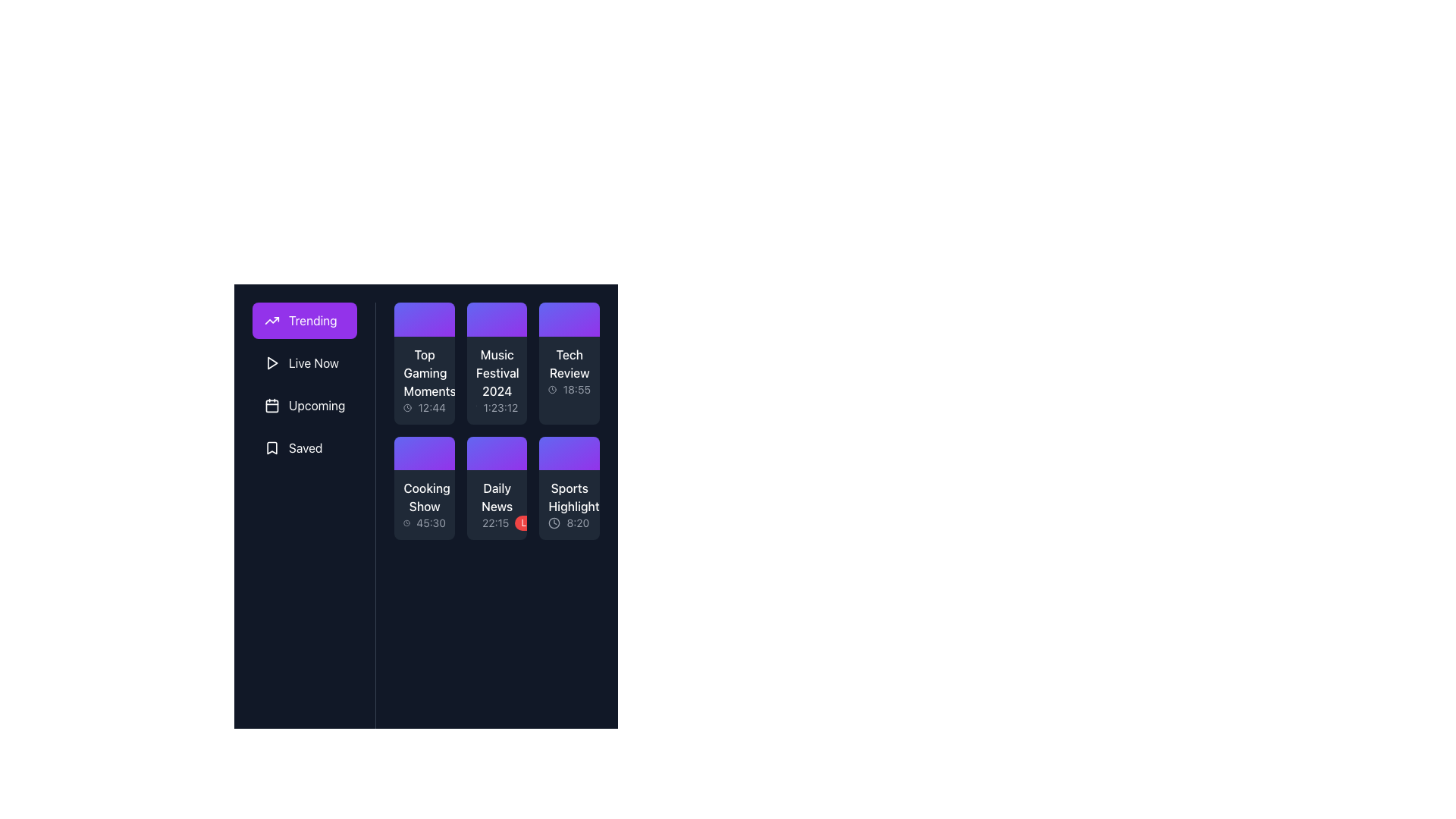 The height and width of the screenshot is (819, 1456). What do you see at coordinates (500, 406) in the screenshot?
I see `the time duration text label located below the title 'Music Festival 2024' in the third card from the left in the top row of the grid layout` at bounding box center [500, 406].